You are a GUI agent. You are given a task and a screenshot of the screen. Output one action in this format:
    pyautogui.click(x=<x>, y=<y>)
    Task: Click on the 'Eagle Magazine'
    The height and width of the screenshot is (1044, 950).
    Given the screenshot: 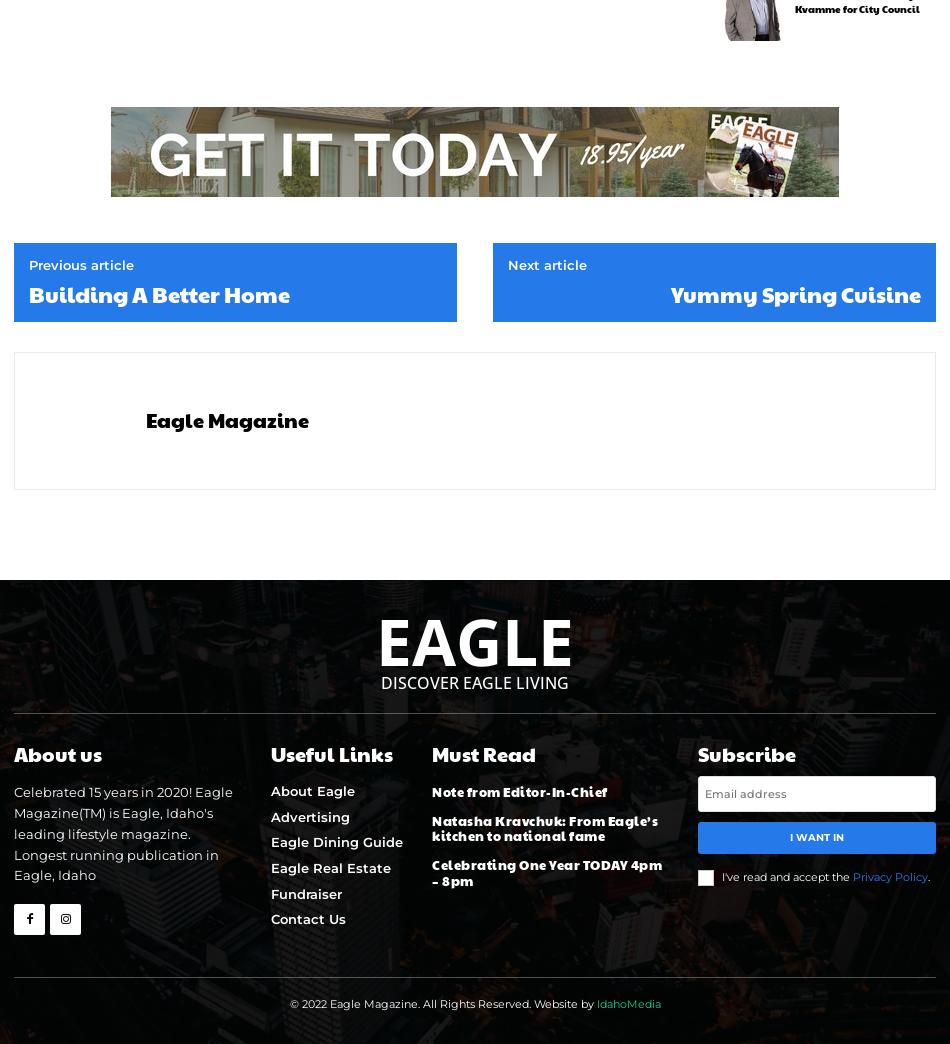 What is the action you would take?
    pyautogui.click(x=227, y=419)
    